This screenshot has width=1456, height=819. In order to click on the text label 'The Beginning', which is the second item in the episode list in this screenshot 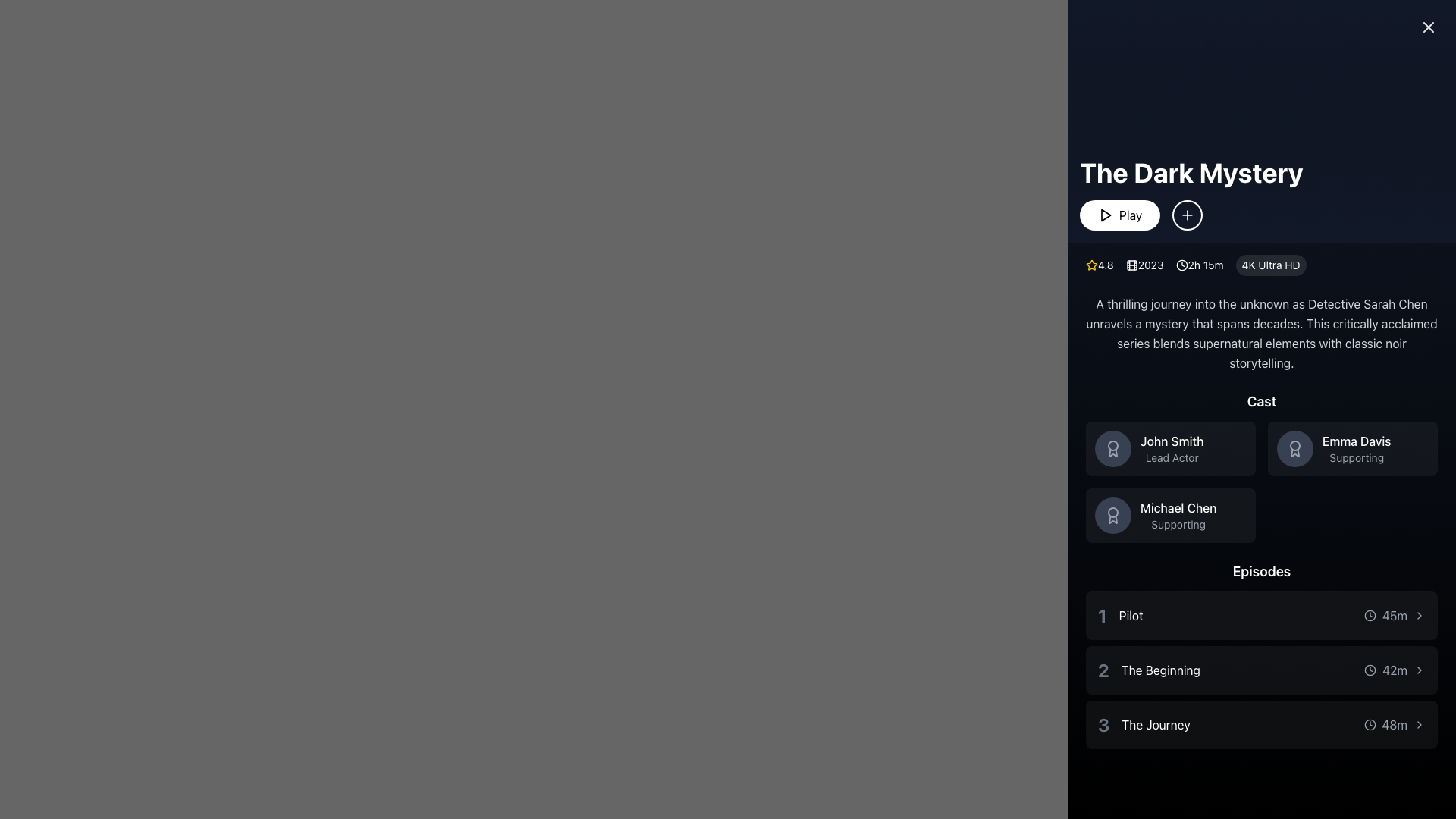, I will do `click(1159, 669)`.